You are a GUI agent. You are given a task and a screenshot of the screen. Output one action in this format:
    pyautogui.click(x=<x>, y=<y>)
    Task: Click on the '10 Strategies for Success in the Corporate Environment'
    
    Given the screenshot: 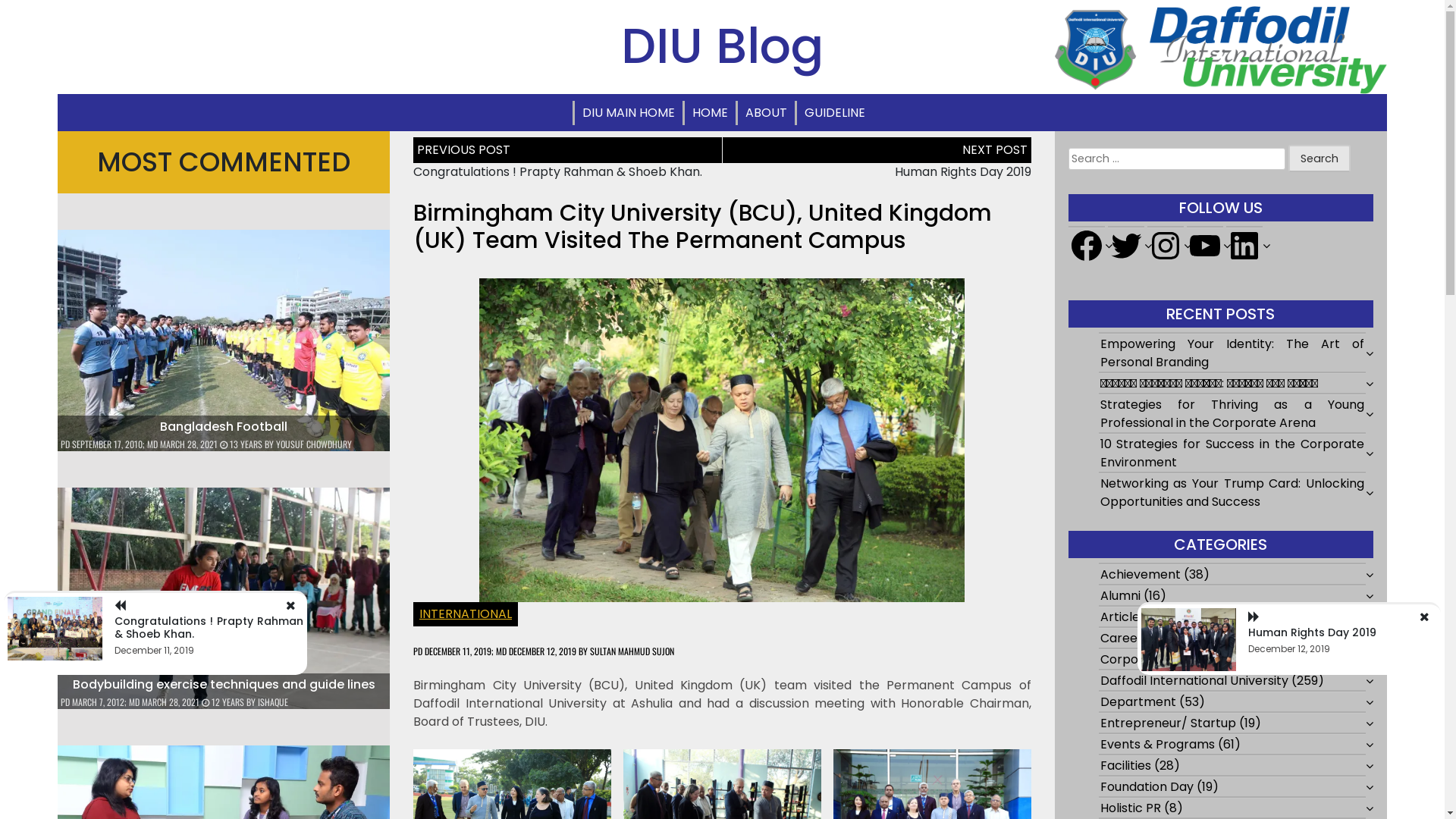 What is the action you would take?
    pyautogui.click(x=1232, y=452)
    